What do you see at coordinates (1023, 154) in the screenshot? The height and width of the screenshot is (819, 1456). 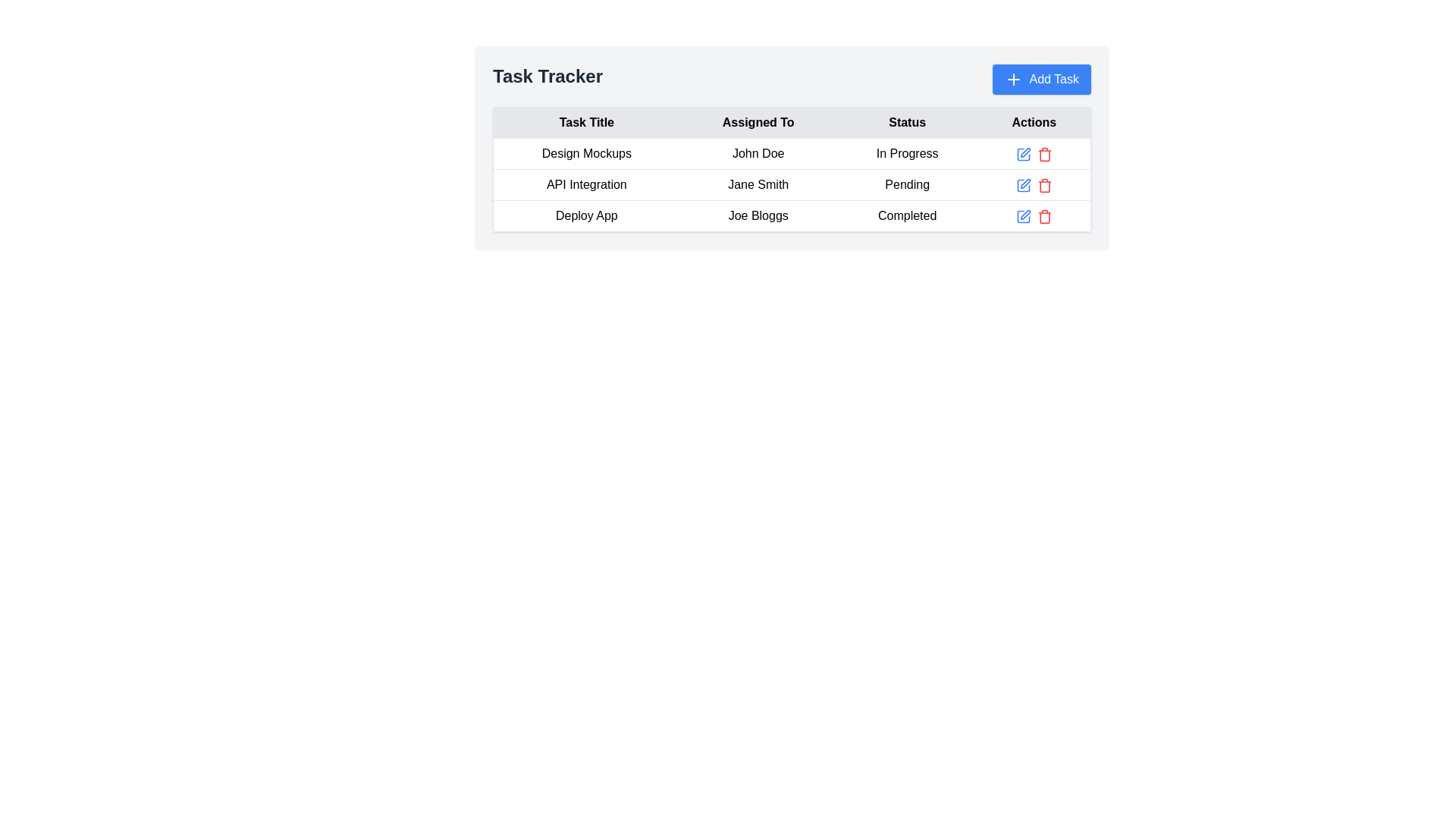 I see `the 'Edit' button in the 'Actions' column of the table for the task titled 'Design Mockups'` at bounding box center [1023, 154].